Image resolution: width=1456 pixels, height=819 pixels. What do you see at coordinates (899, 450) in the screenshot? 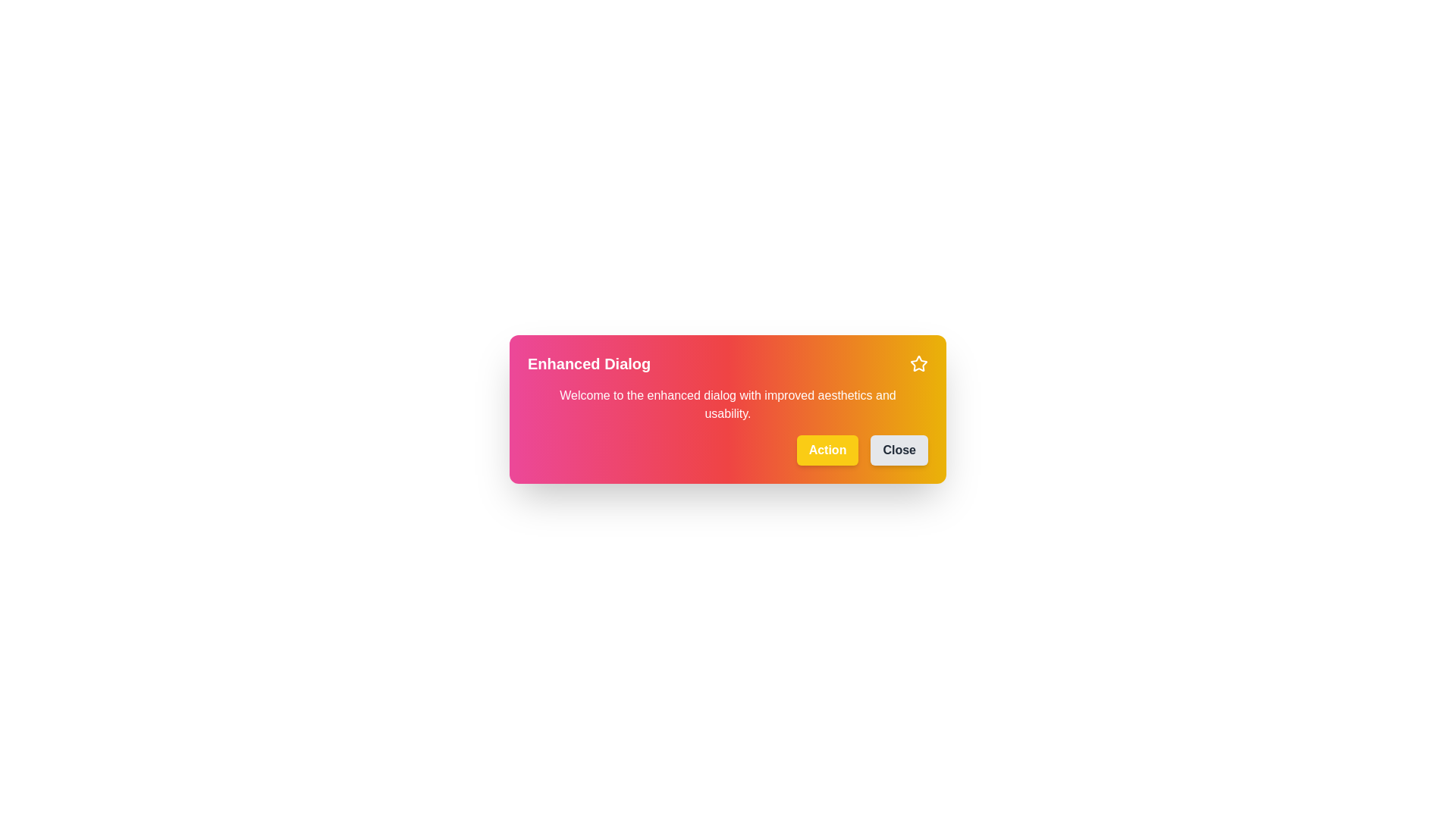
I see `the 'Close' button to close the dialog` at bounding box center [899, 450].